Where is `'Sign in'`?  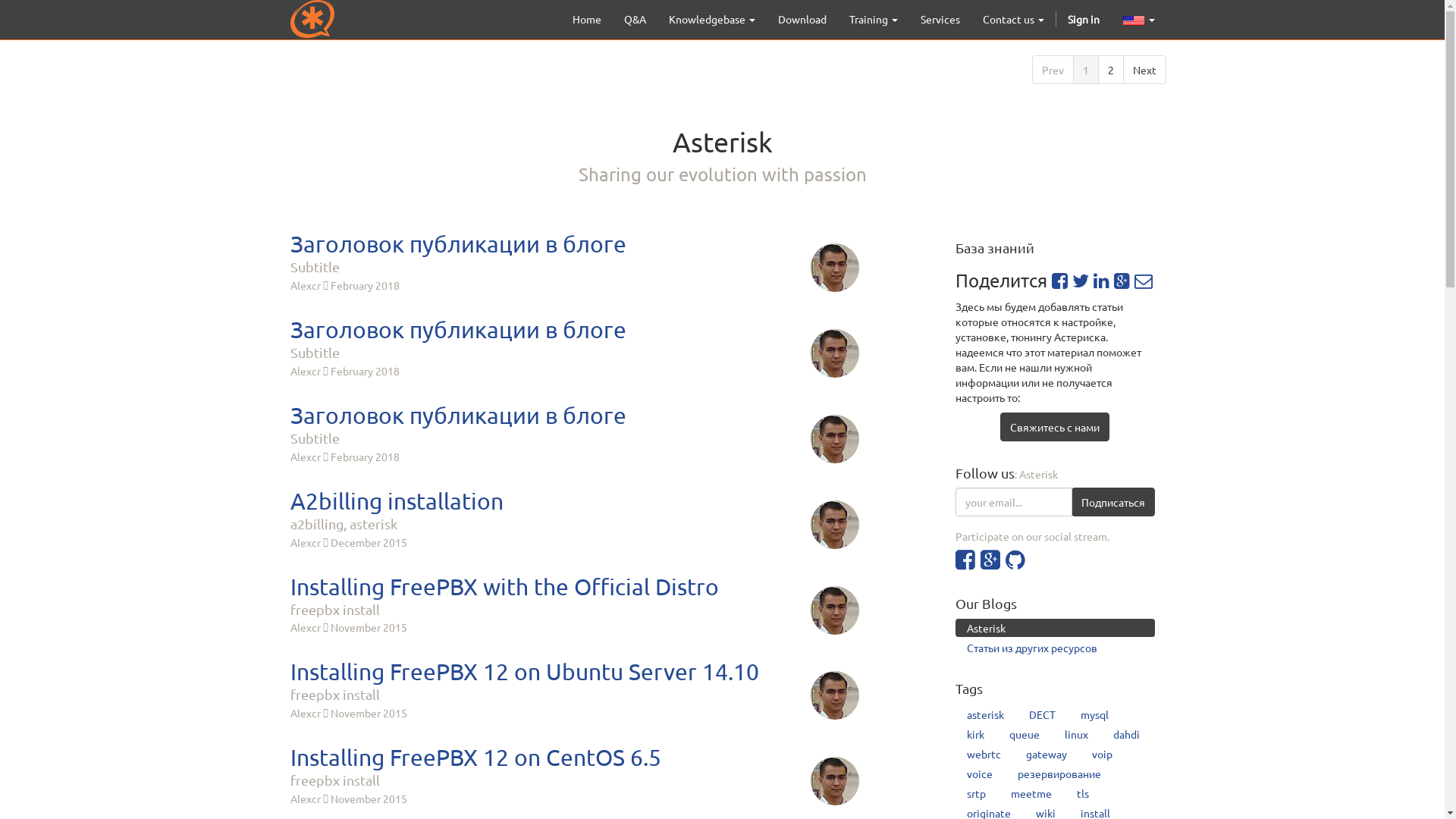
'Sign in' is located at coordinates (1055, 18).